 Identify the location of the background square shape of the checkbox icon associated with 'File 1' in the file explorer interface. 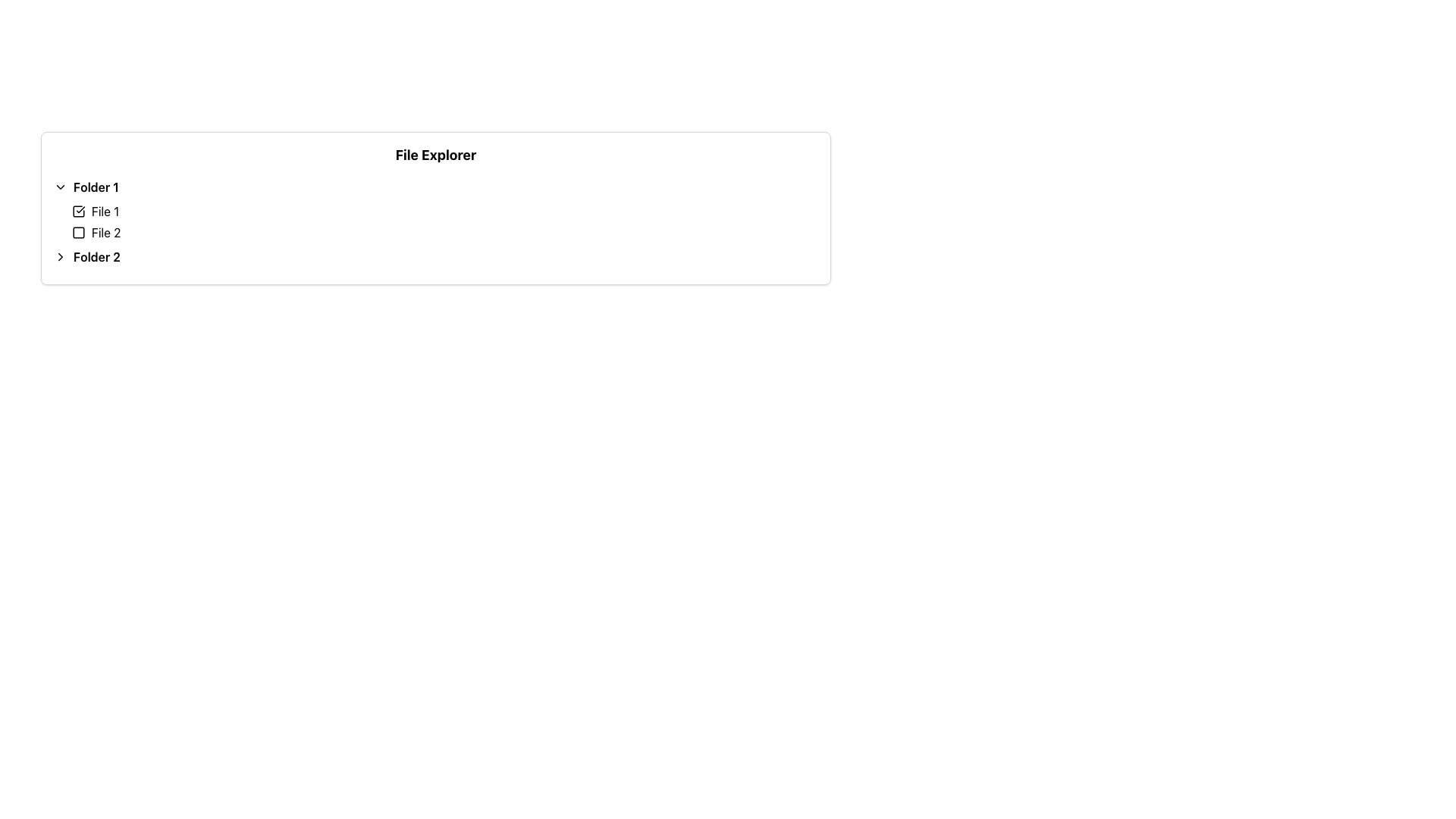
(78, 211).